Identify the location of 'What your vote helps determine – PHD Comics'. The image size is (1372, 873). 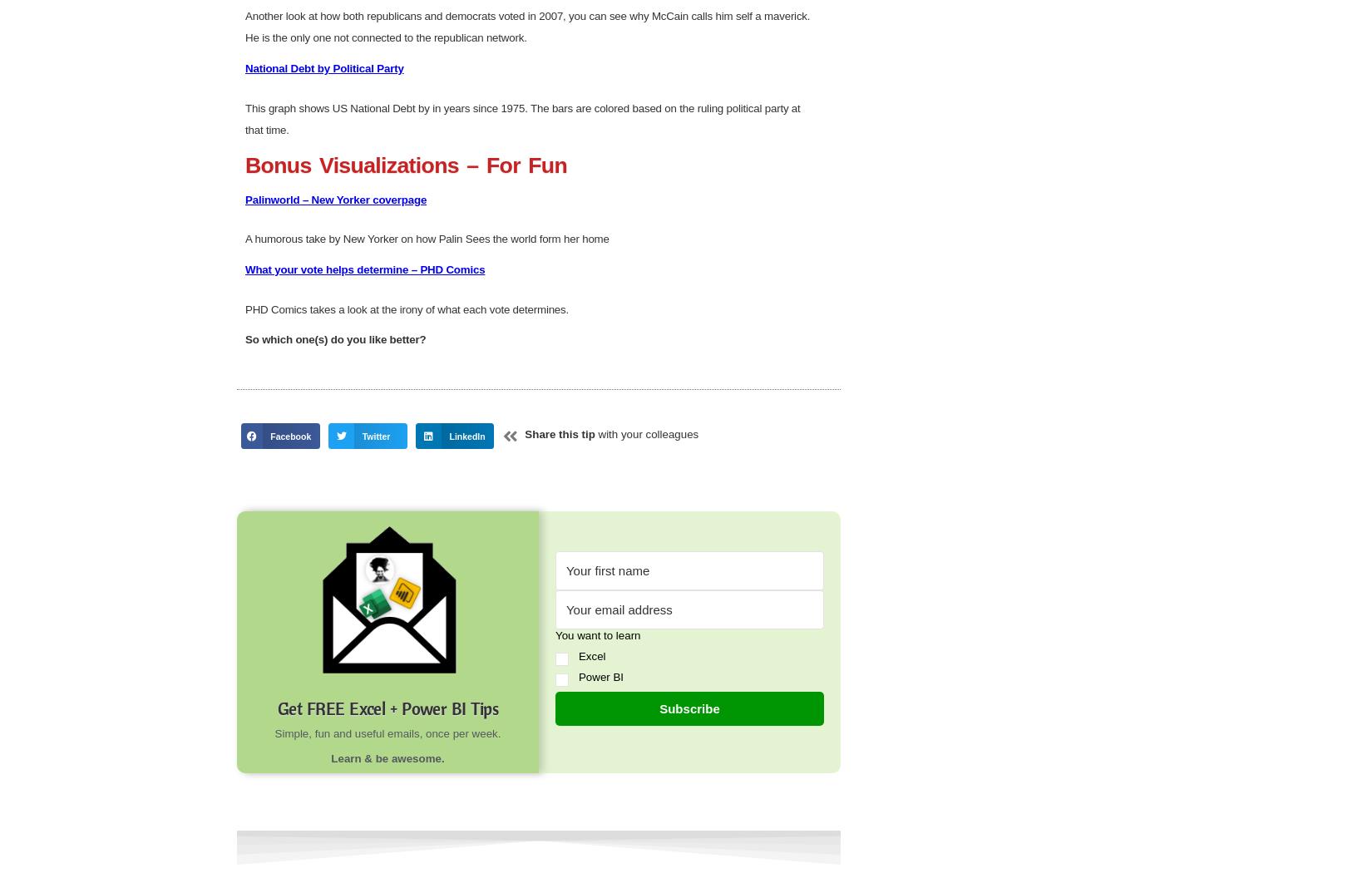
(245, 839).